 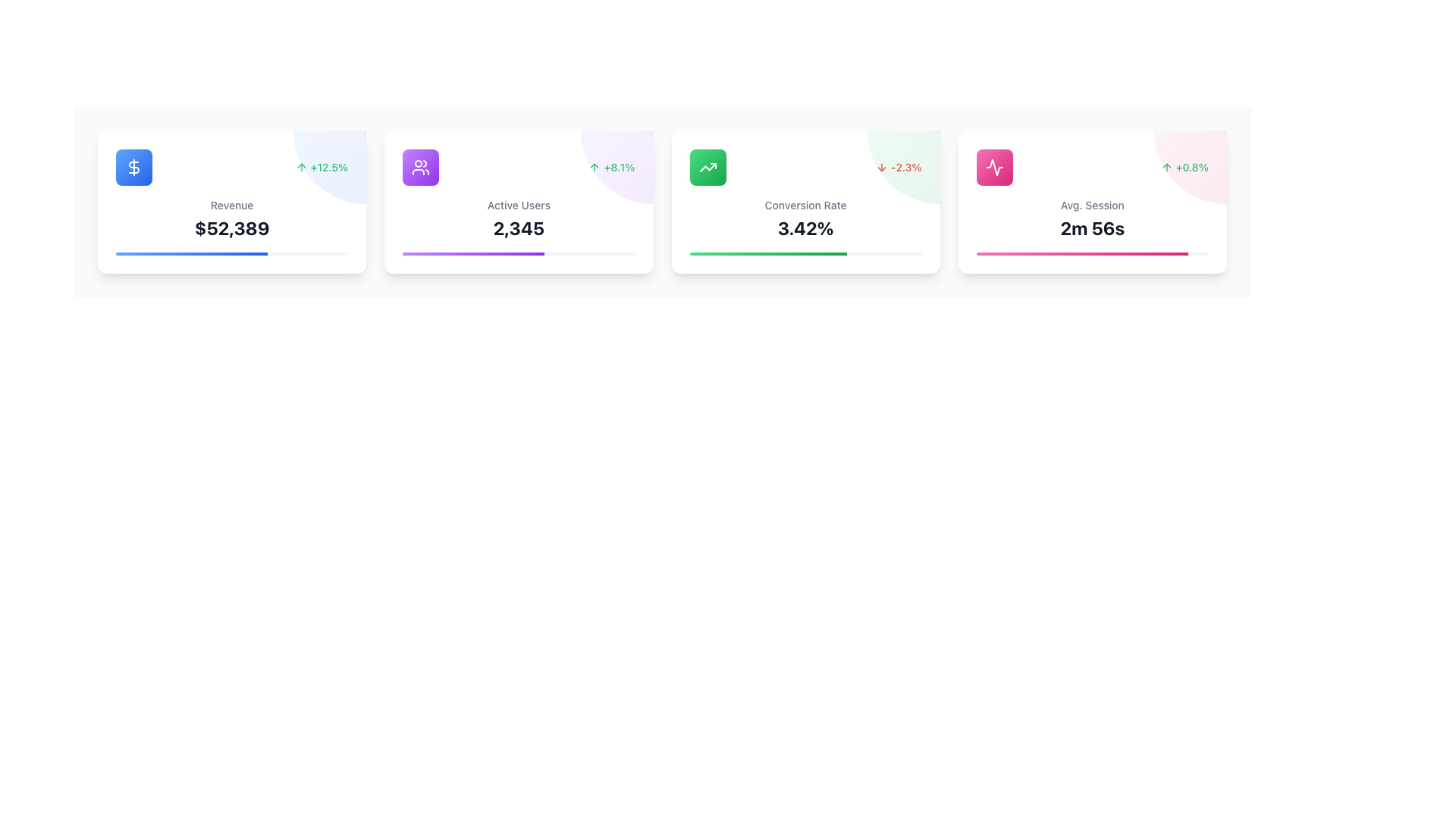 What do you see at coordinates (231, 253) in the screenshot?
I see `the horizontal progress bar located at the bottom of the revenue information card, which is filled with a gradient from blue to darker blue` at bounding box center [231, 253].